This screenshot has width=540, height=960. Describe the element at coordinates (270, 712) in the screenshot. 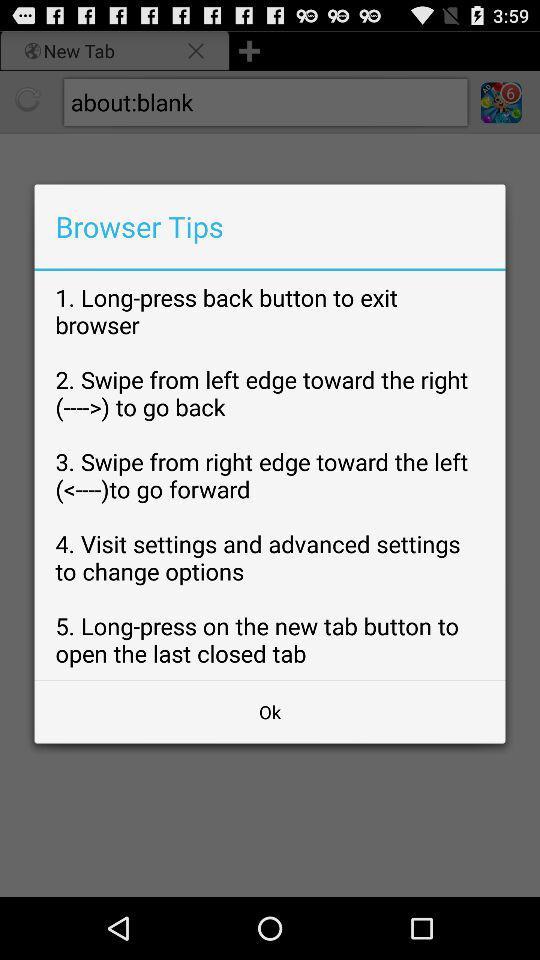

I see `the icon below the 1 long press` at that location.